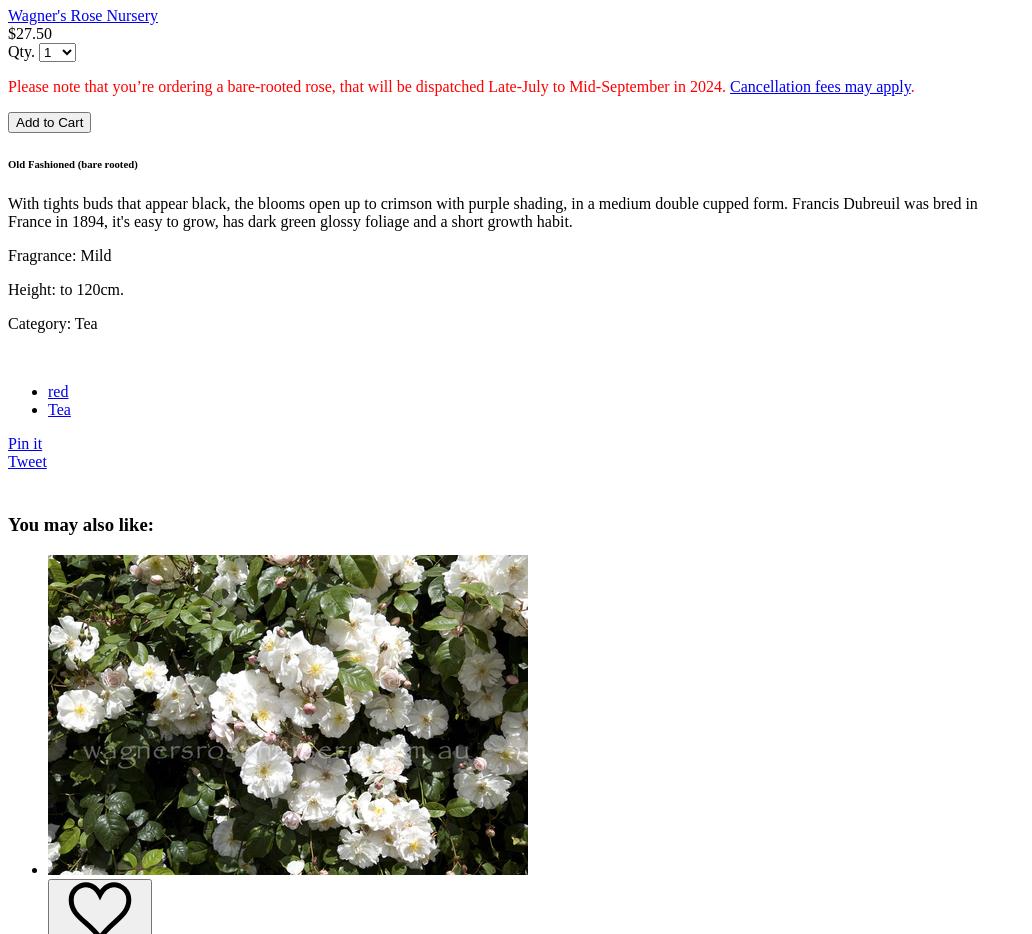  I want to click on 'You may also like:', so click(81, 524).